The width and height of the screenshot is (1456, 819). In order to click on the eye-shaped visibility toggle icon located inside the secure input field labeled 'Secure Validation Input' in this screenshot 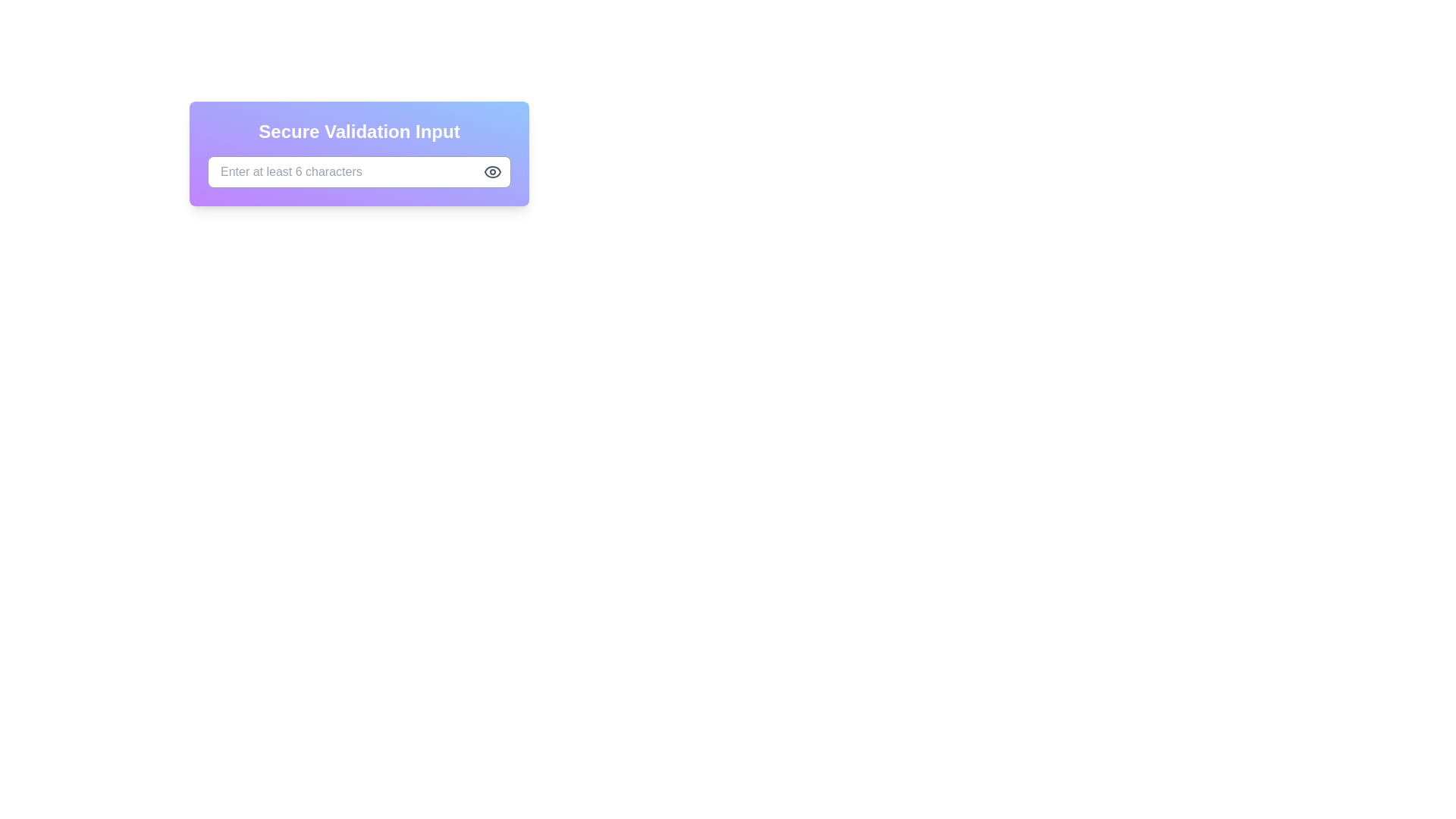, I will do `click(492, 171)`.